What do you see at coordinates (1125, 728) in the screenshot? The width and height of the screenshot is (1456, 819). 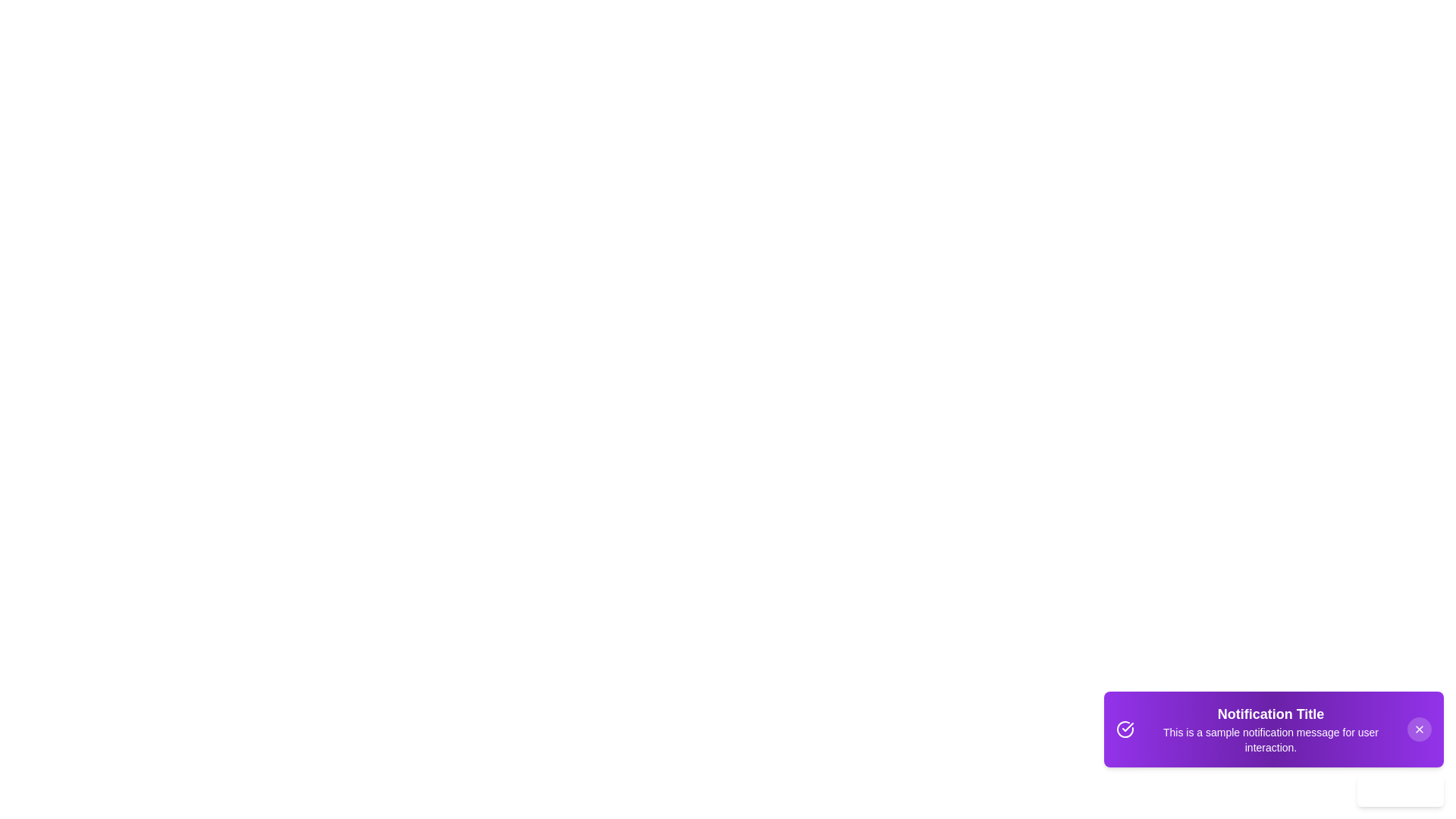 I see `the icon to the left of the text in the Snackbar` at bounding box center [1125, 728].